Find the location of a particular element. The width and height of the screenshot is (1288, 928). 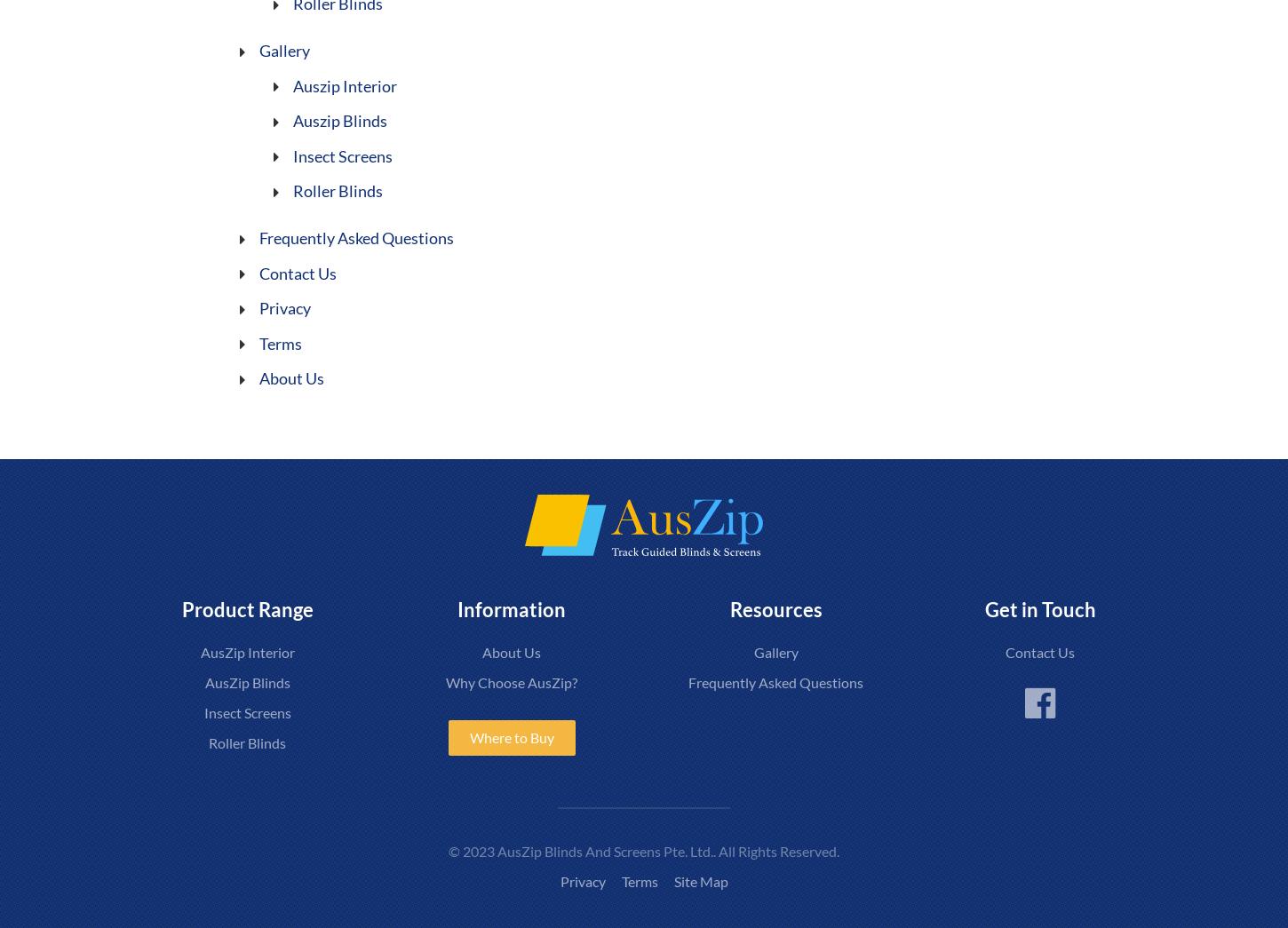

'Where to Buy' is located at coordinates (511, 736).